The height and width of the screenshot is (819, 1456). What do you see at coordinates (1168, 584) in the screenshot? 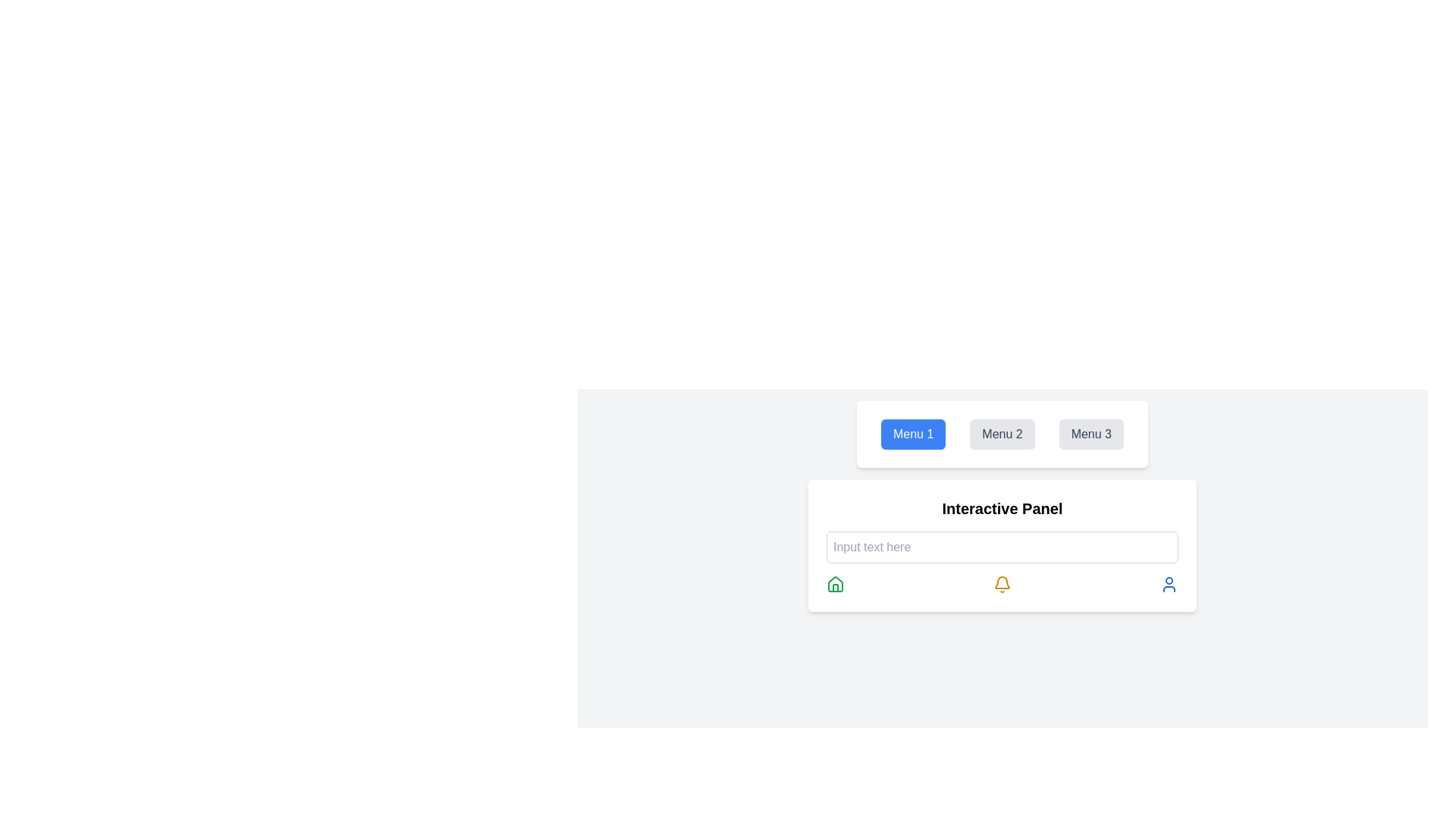
I see `the user icon, which is the last icon in a set of three horizontally aligned icons beneath the text input field in the 'Interactive Panel'` at bounding box center [1168, 584].